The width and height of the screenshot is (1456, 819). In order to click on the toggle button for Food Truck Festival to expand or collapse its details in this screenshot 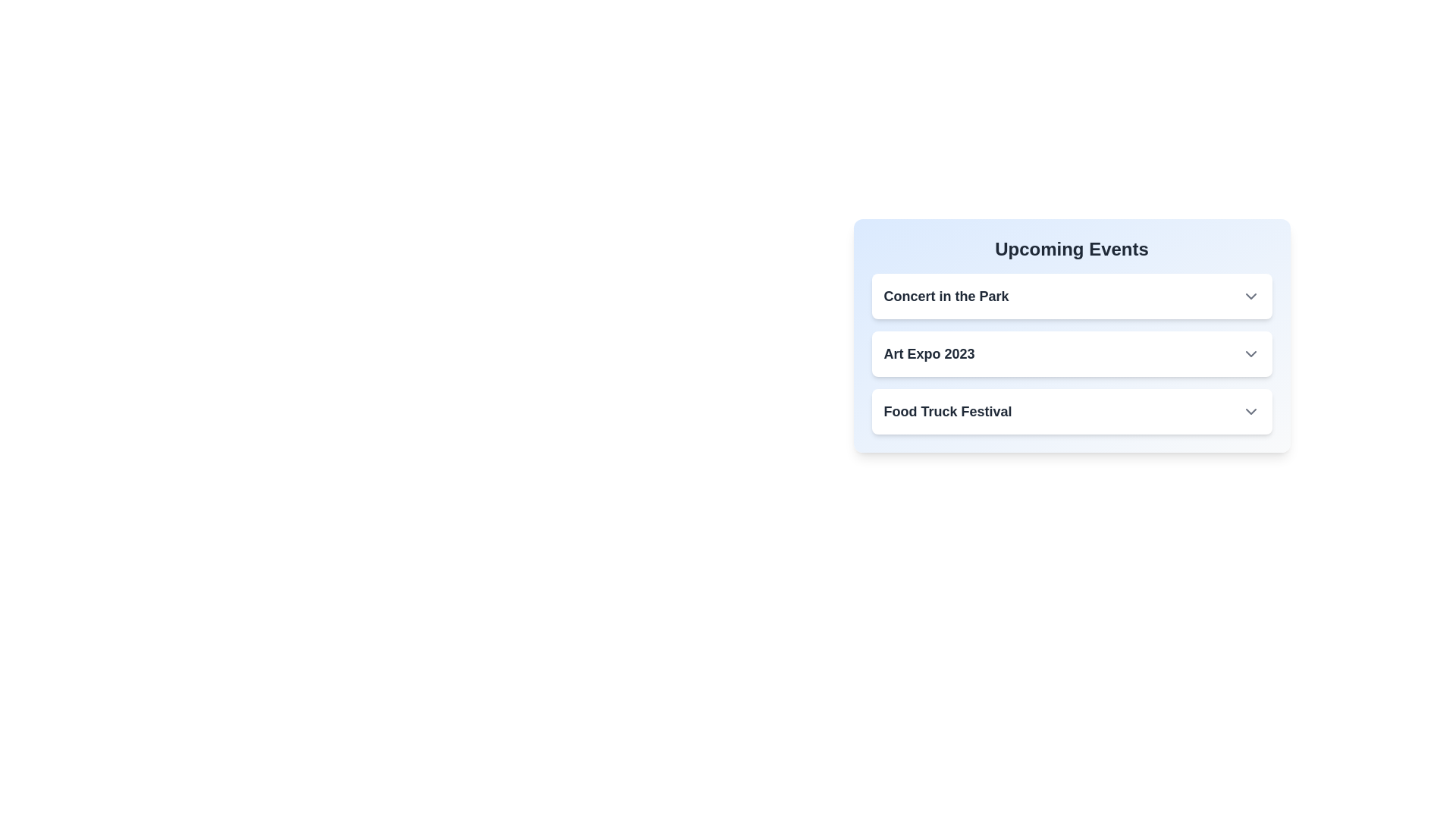, I will do `click(1250, 412)`.